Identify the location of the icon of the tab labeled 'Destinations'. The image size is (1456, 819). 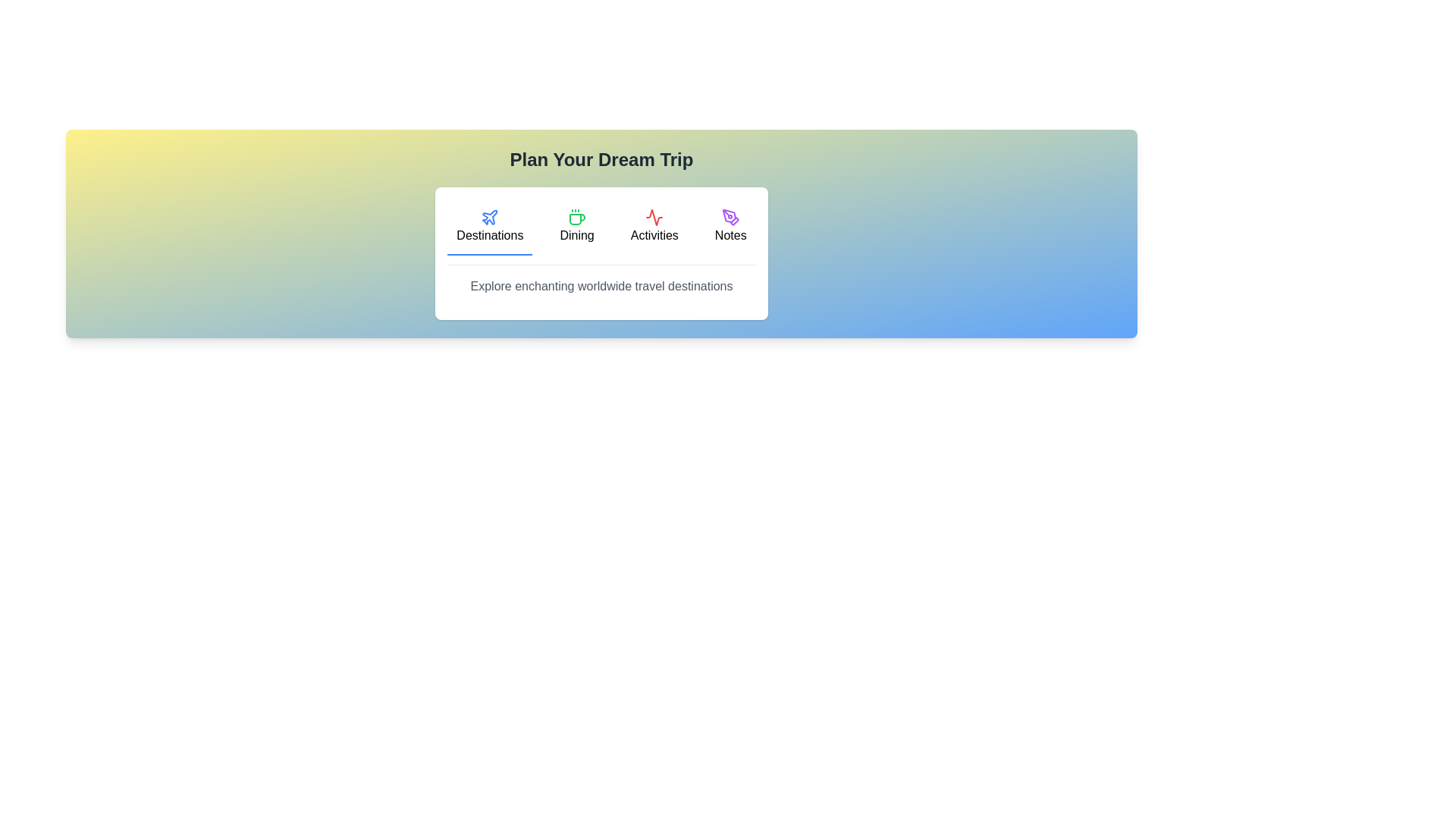
(490, 217).